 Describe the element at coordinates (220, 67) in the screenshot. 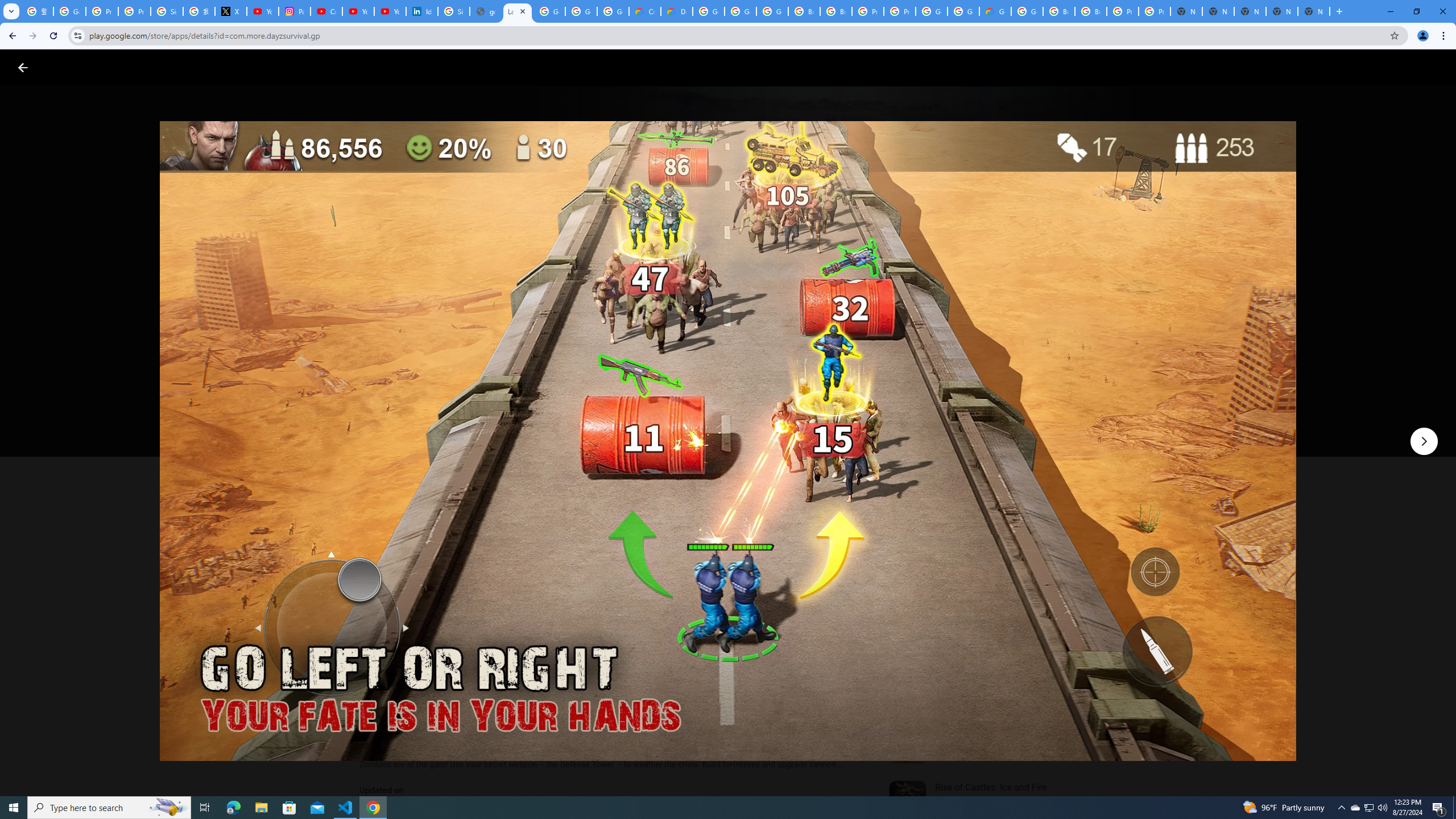

I see `'Kids'` at that location.